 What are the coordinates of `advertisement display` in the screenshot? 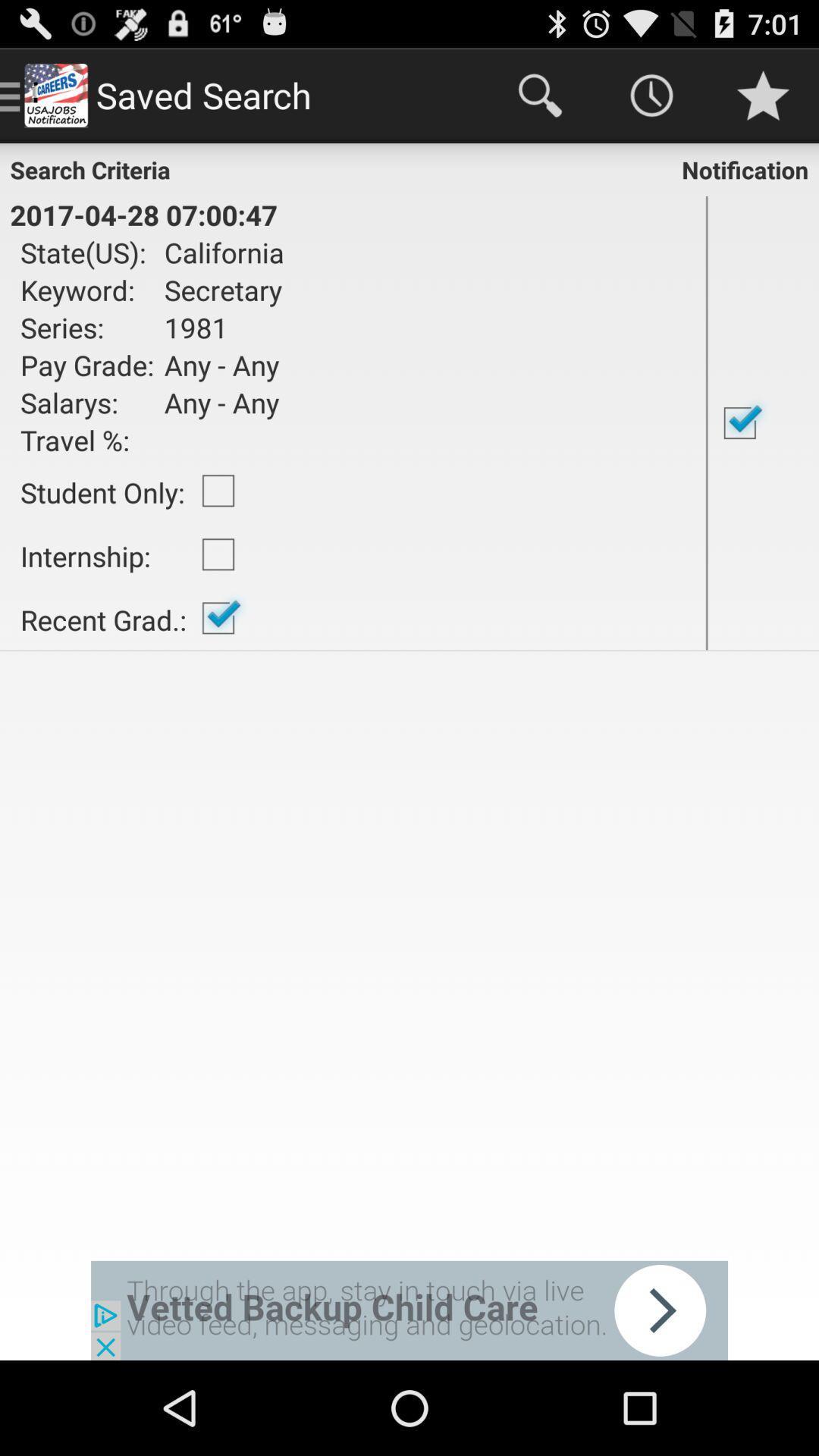 It's located at (409, 1310).